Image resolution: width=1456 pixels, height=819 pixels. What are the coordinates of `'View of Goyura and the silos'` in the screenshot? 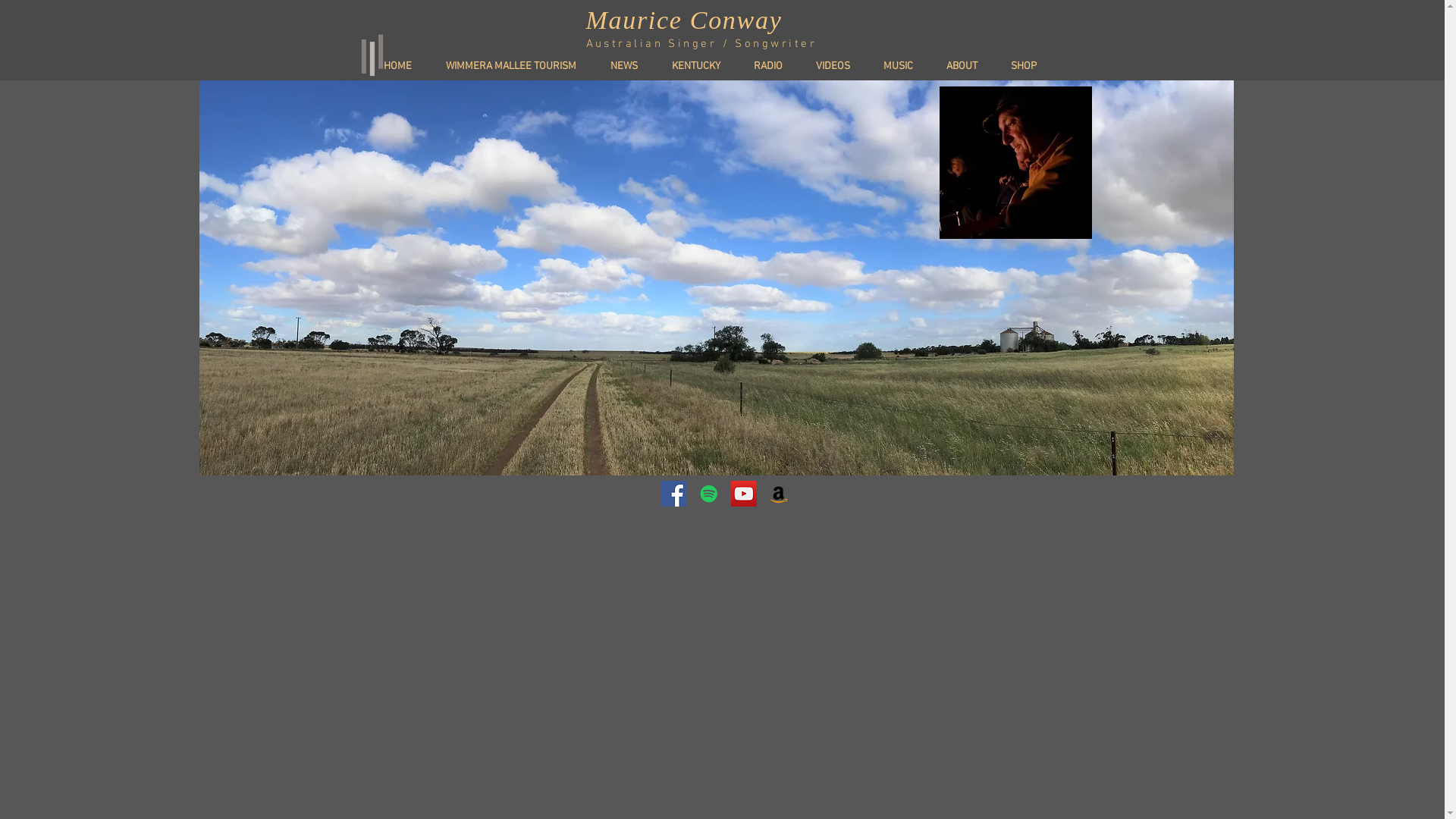 It's located at (715, 278).